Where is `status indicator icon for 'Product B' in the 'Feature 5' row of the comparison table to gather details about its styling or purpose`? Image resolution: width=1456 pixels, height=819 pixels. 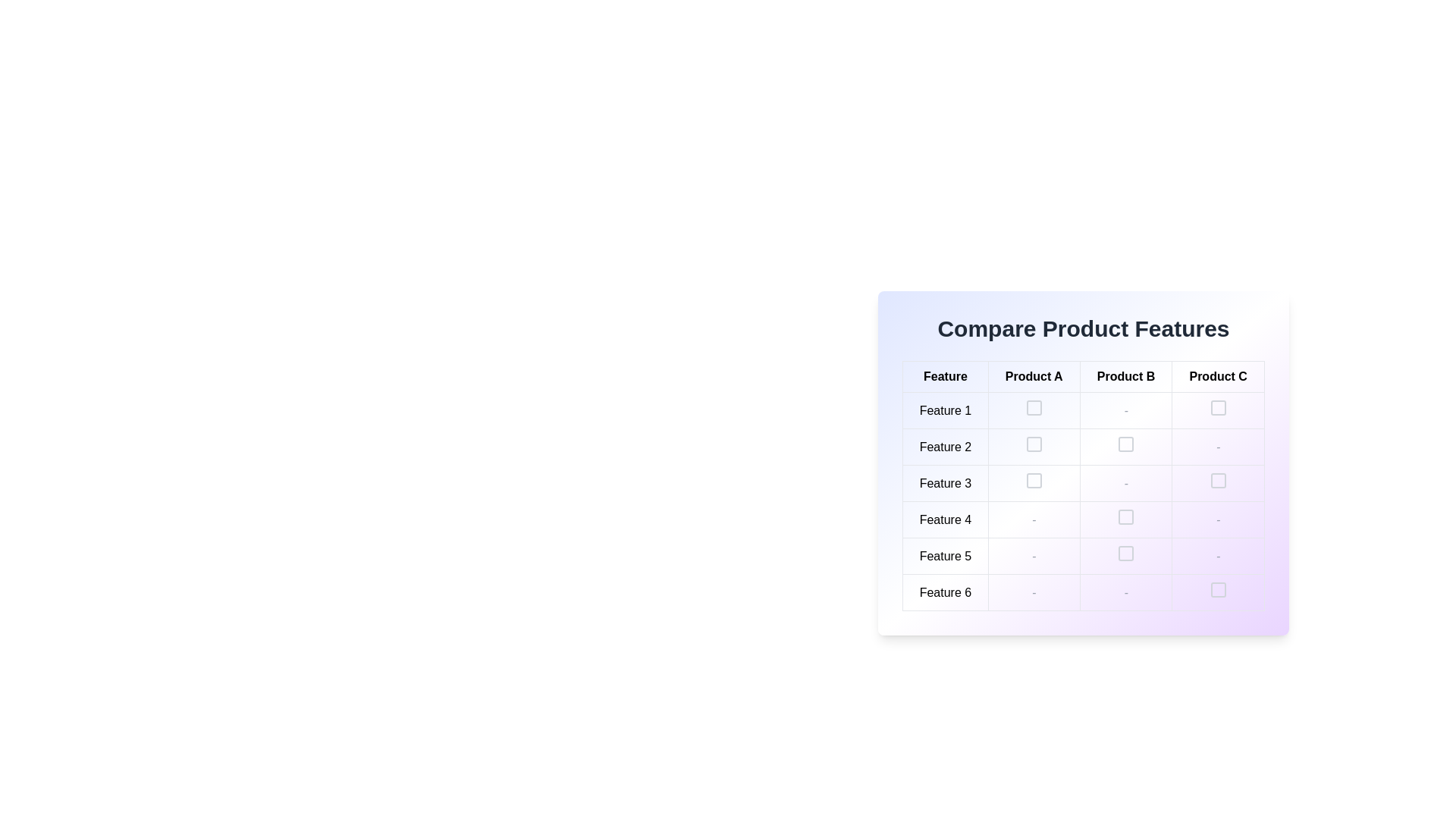
status indicator icon for 'Product B' in the 'Feature 5' row of the comparison table to gather details about its styling or purpose is located at coordinates (1126, 553).